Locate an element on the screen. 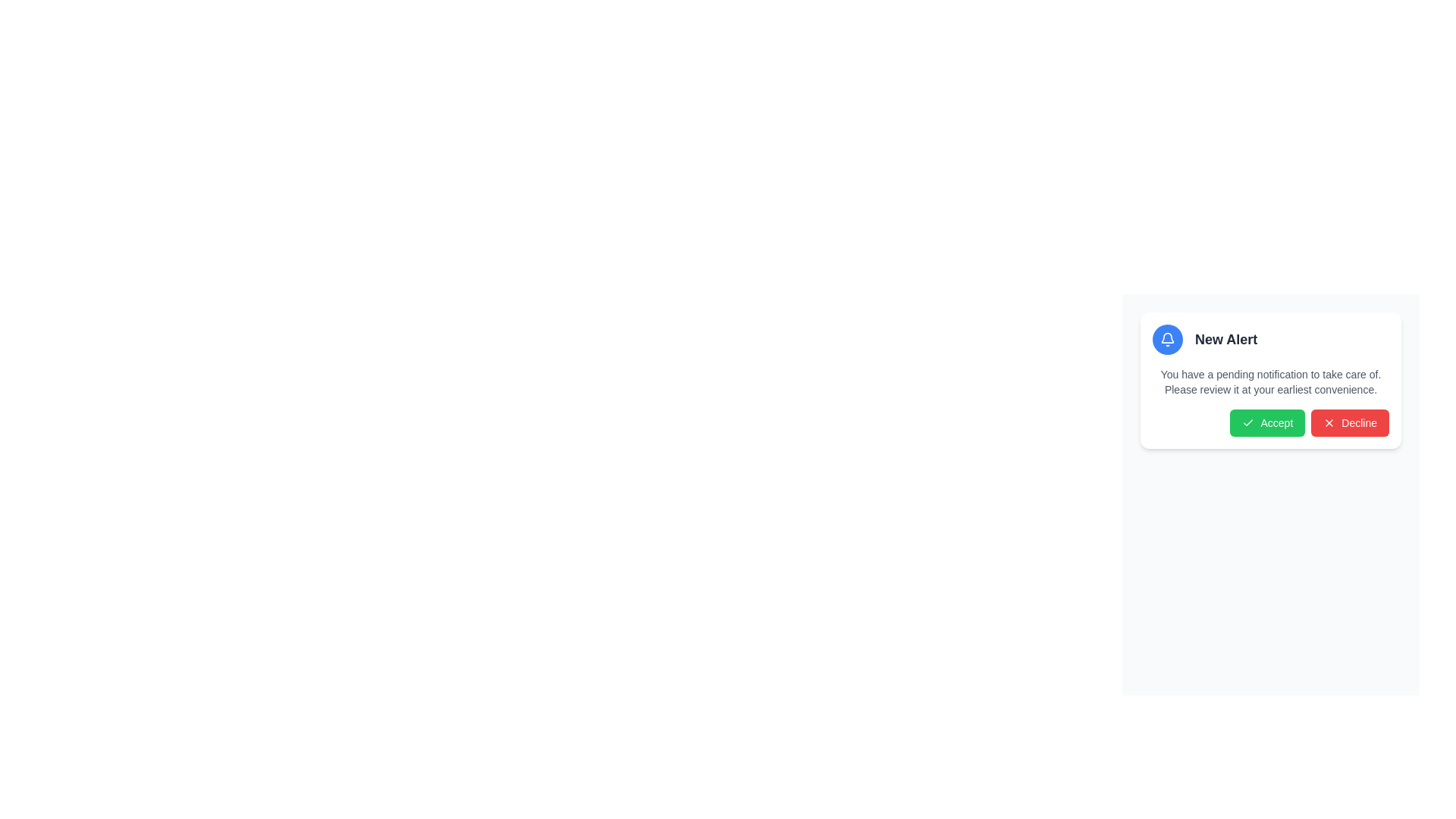  the notification icon inside the circular button-like structure, which is located to the left of the 'New Alert' text is located at coordinates (1167, 338).